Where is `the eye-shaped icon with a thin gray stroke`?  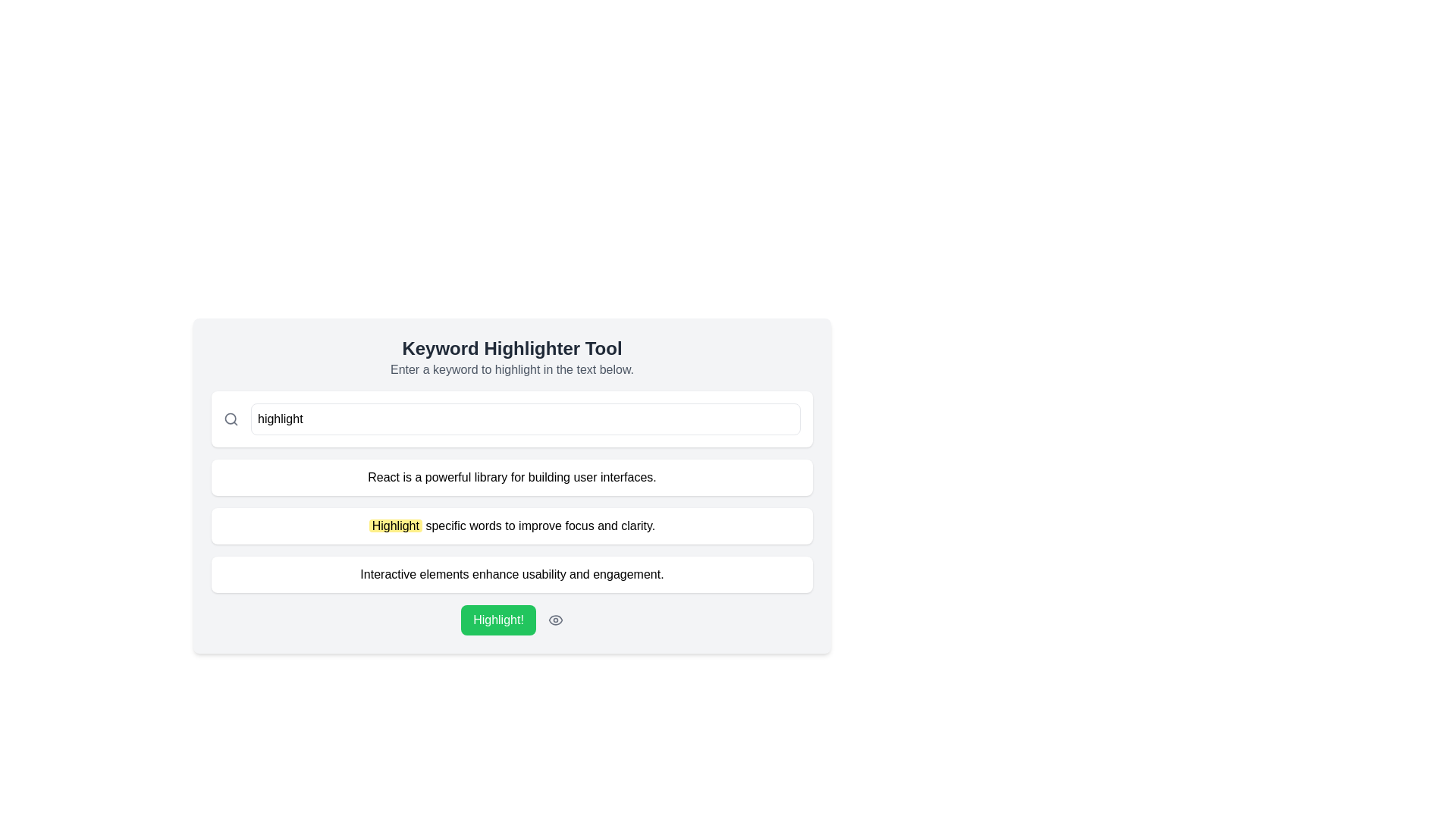 the eye-shaped icon with a thin gray stroke is located at coordinates (554, 620).